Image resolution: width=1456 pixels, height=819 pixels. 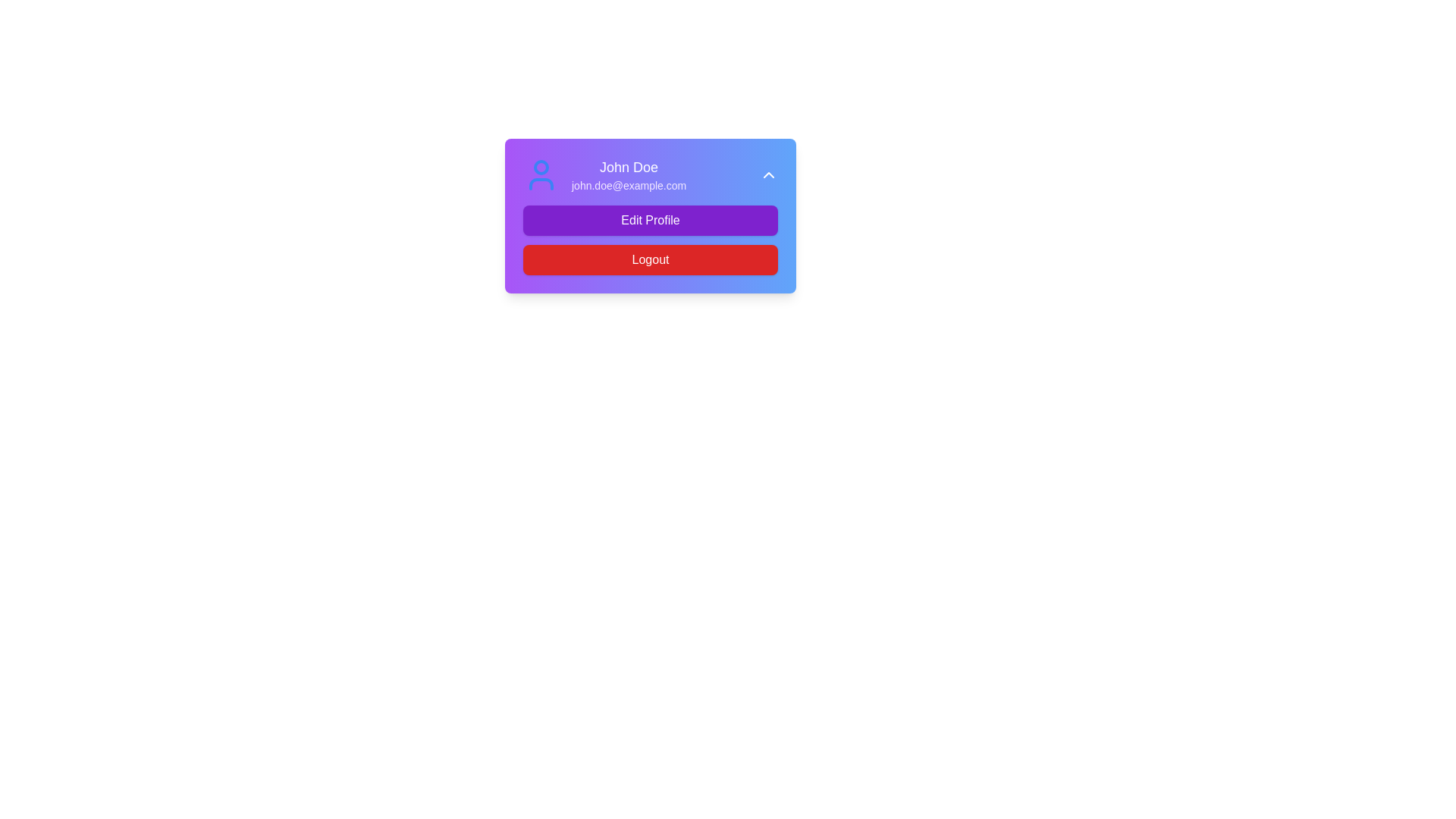 I want to click on email address displayed below the name 'John Doe' in the user profile card, so click(x=629, y=185).